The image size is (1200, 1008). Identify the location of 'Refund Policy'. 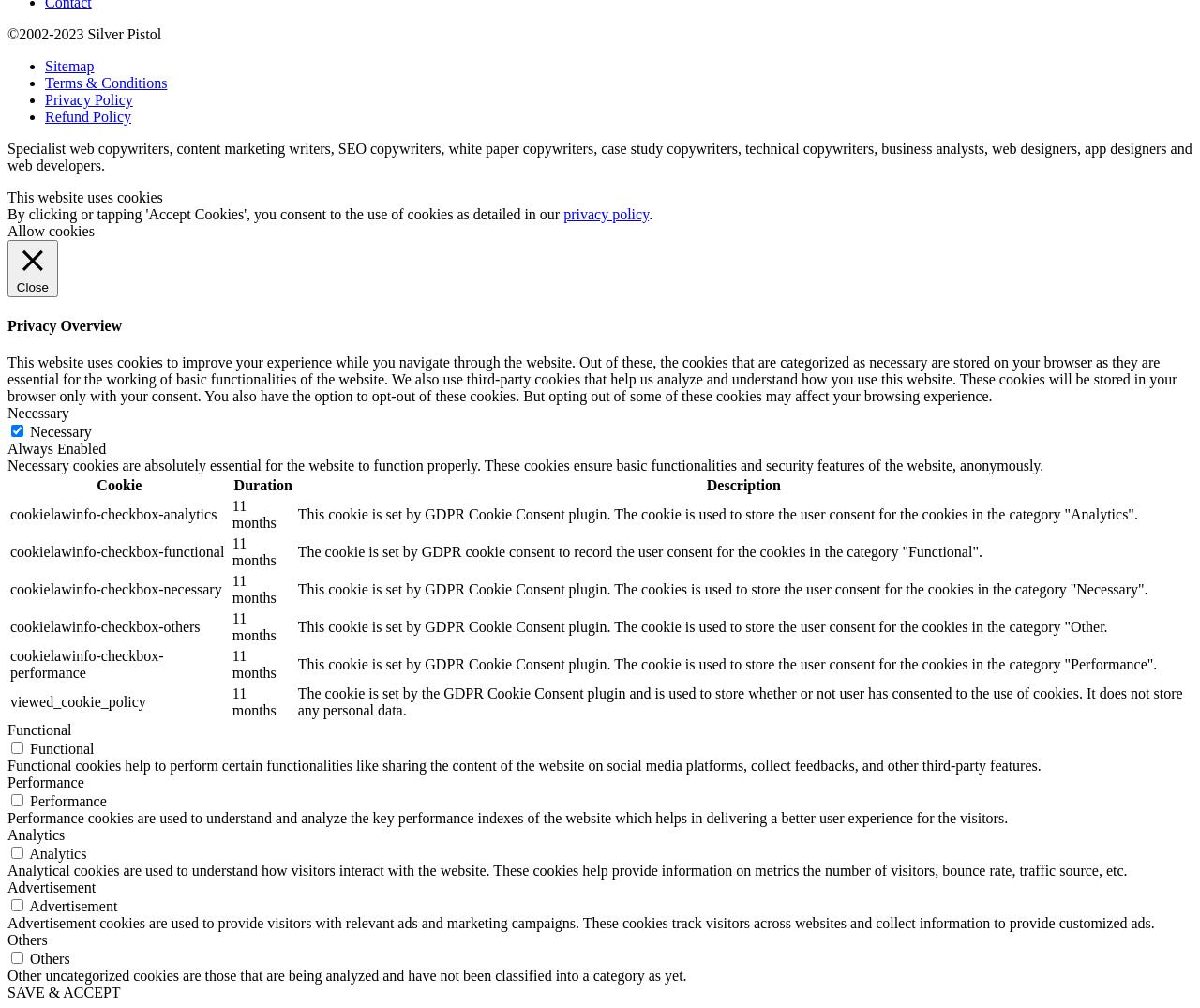
(86, 114).